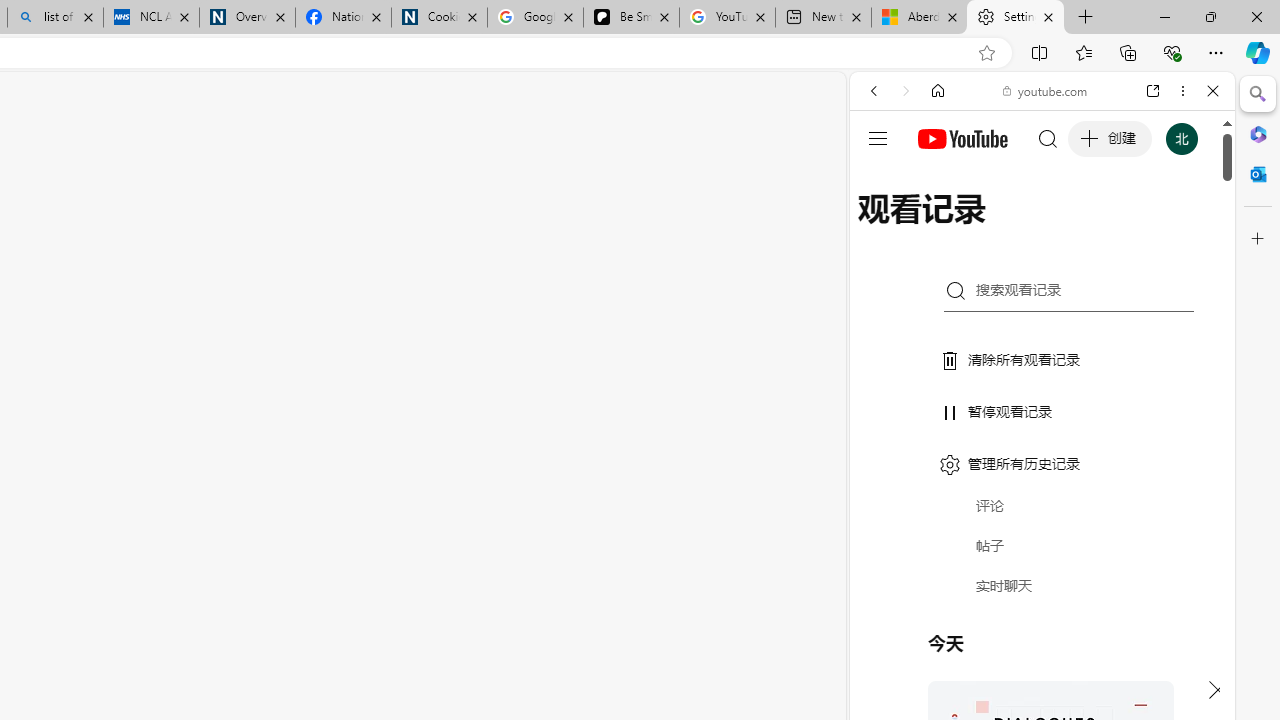 The image size is (1280, 720). I want to click on 'Close Customize pane', so click(1257, 238).